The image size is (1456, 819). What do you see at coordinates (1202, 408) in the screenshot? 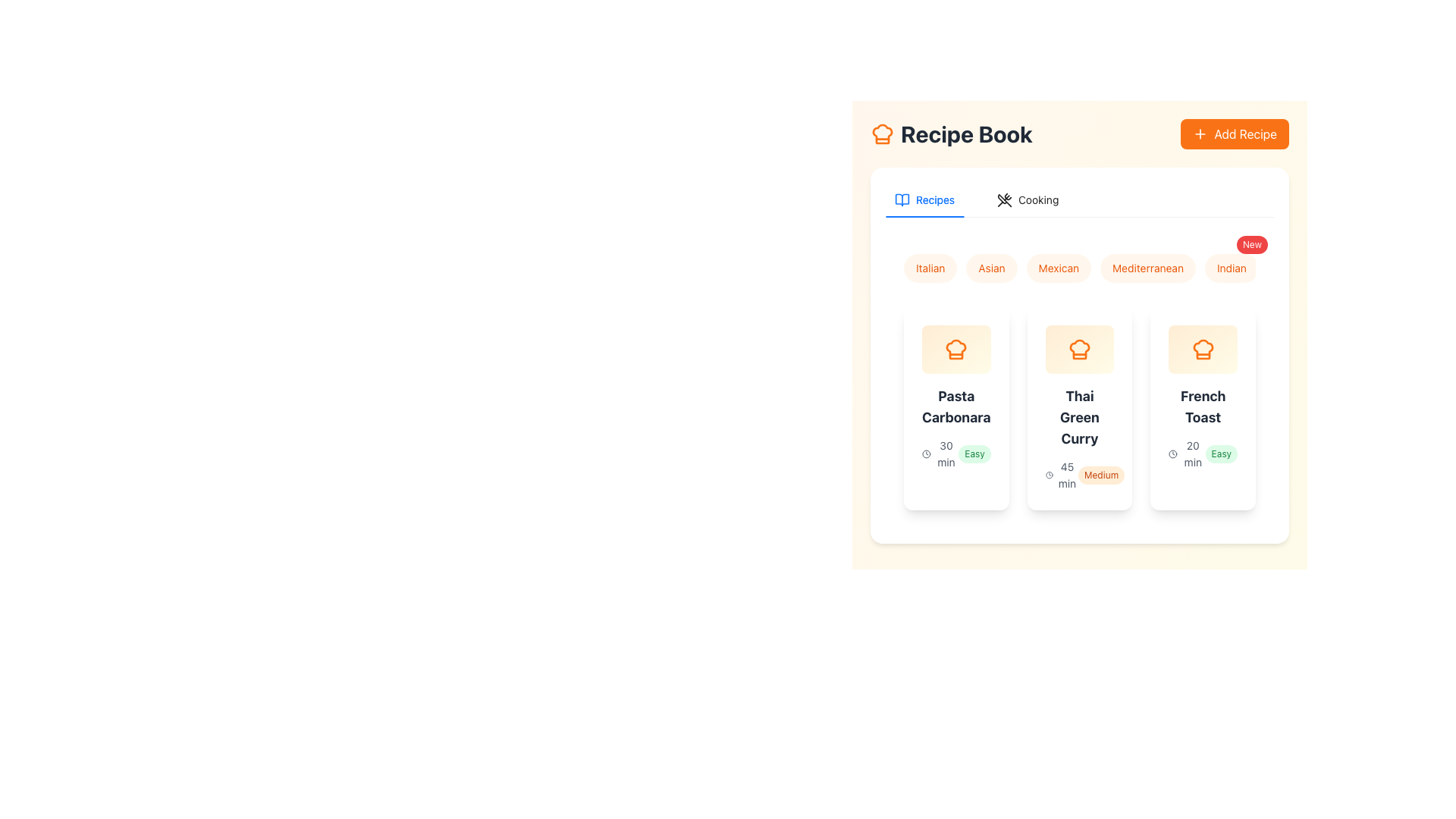
I see `the 'French Toast' recipe card` at bounding box center [1202, 408].